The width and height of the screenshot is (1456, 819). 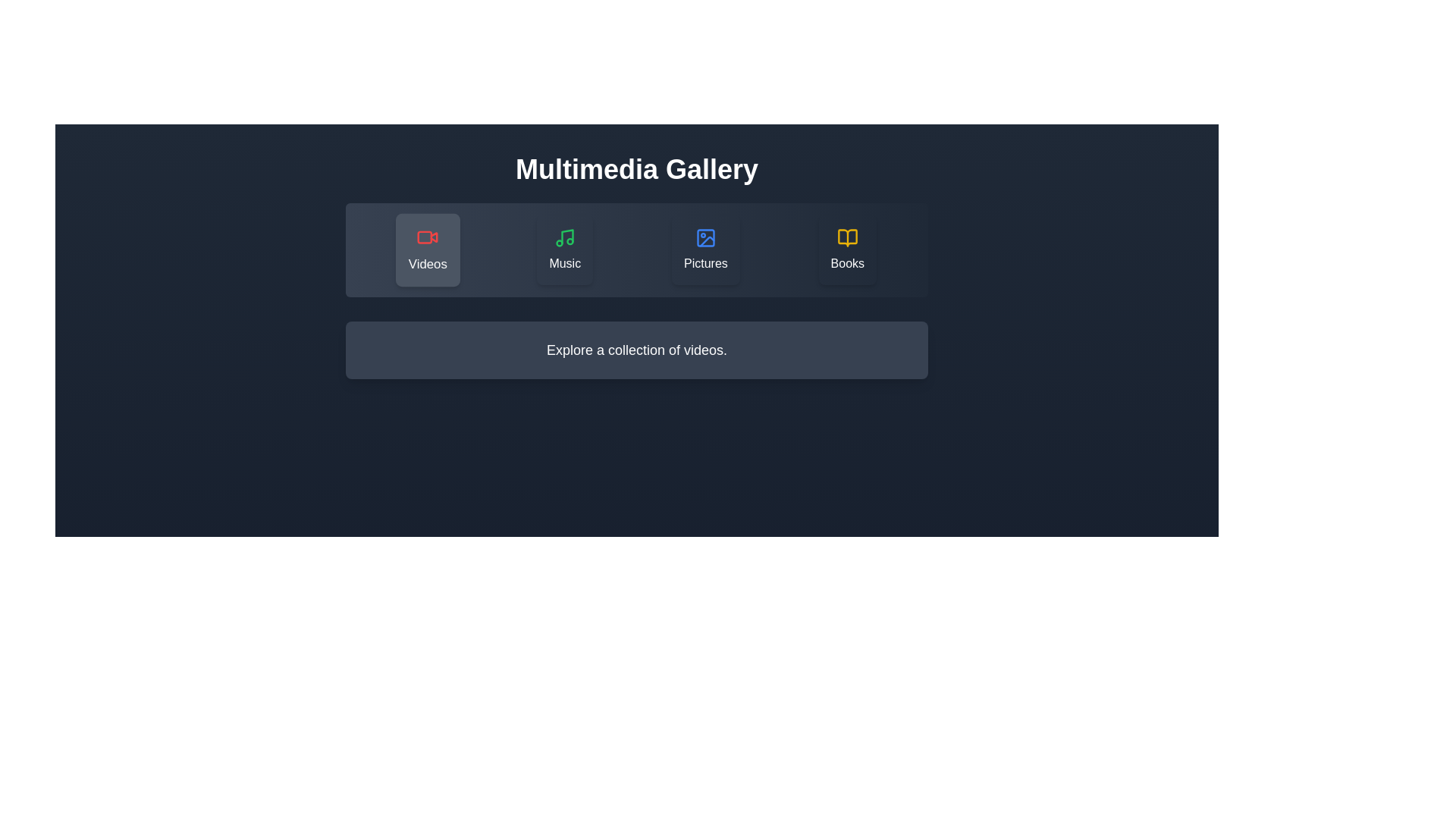 What do you see at coordinates (847, 249) in the screenshot?
I see `the Books category by clicking the corresponding button` at bounding box center [847, 249].